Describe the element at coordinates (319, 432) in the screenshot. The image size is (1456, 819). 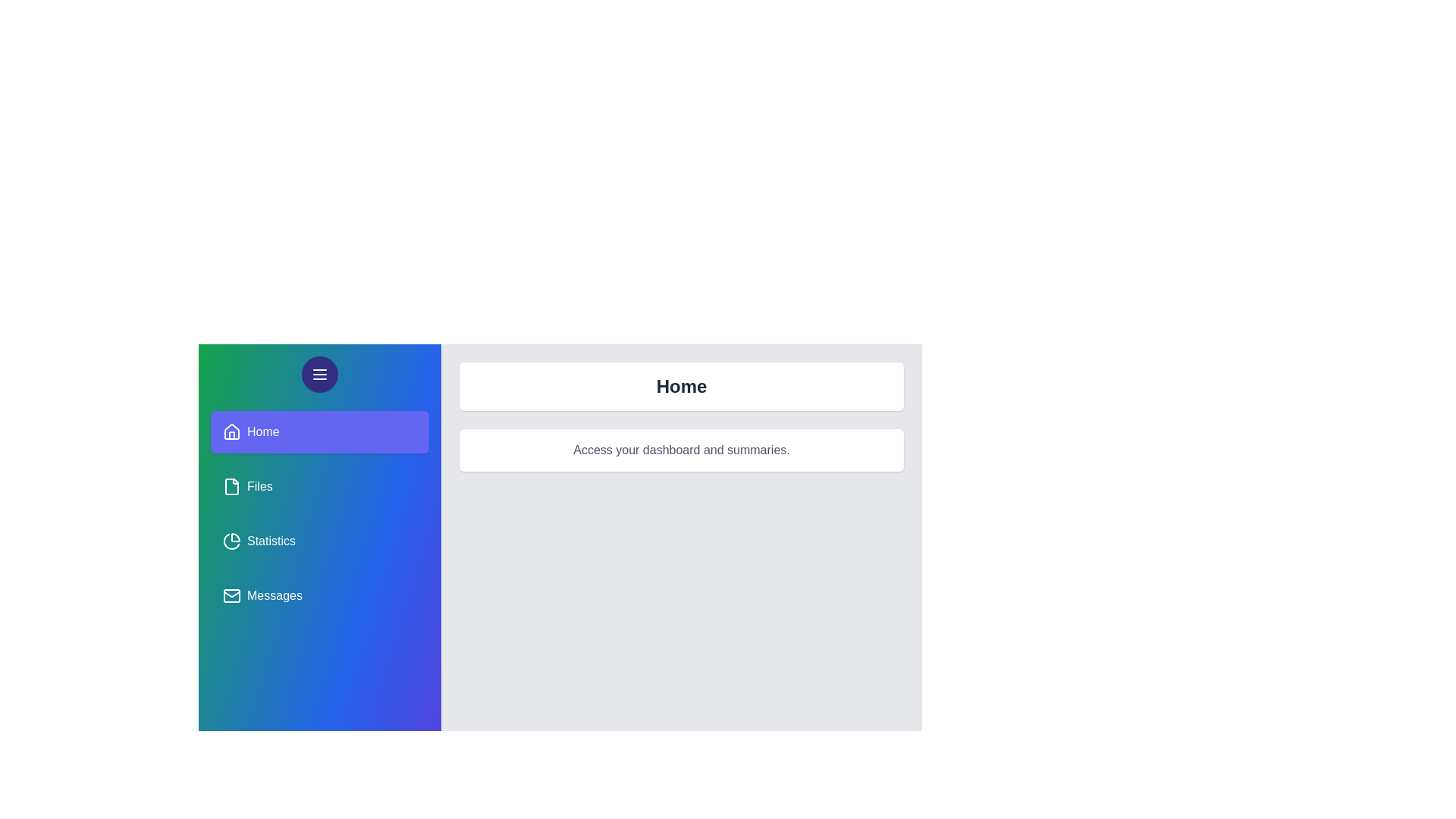
I see `the panel named Home from the sidebar` at that location.